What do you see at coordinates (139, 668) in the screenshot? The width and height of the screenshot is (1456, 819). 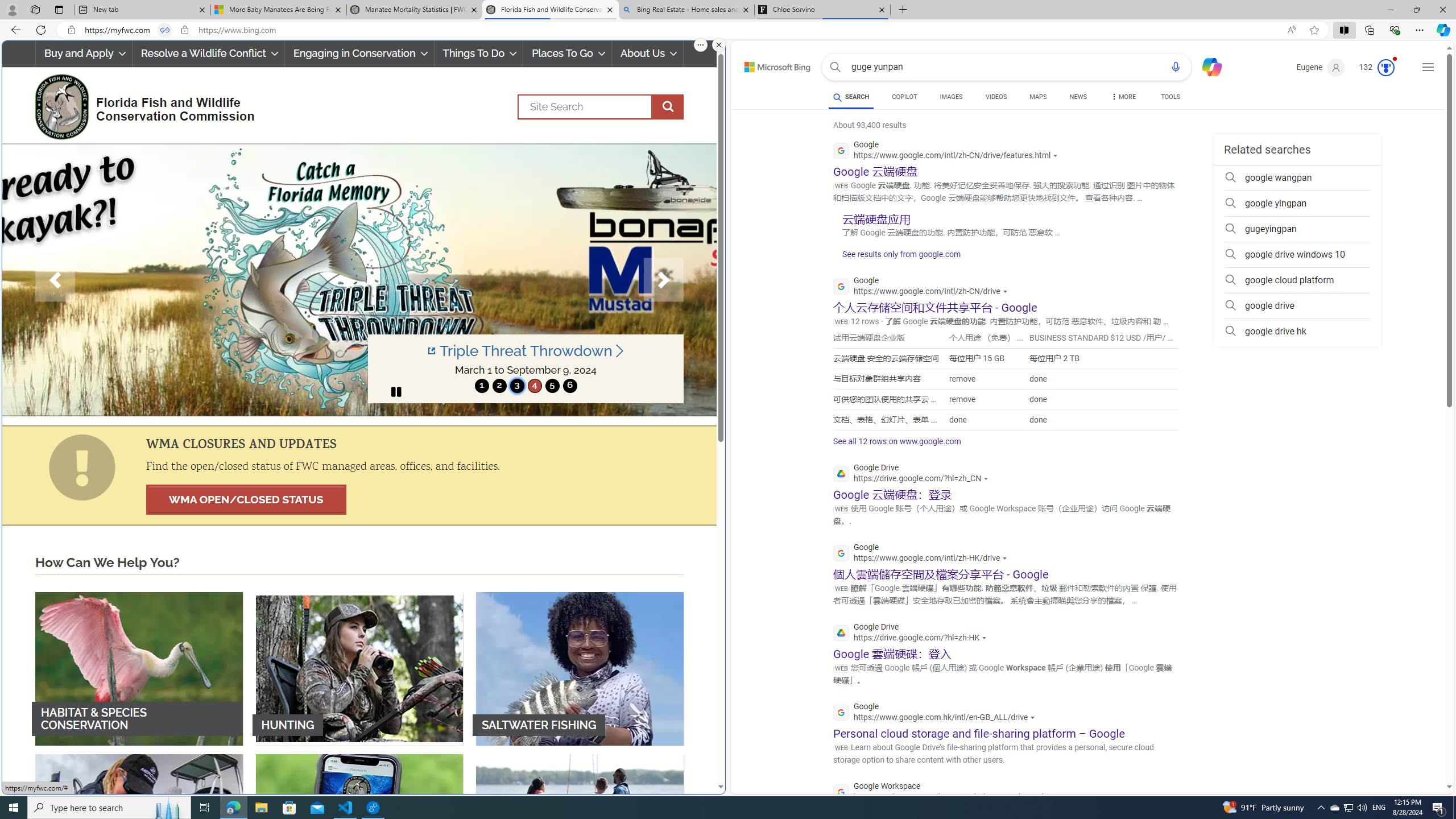 I see `'HABITAT & SPECIES CONSERVATION'` at bounding box center [139, 668].